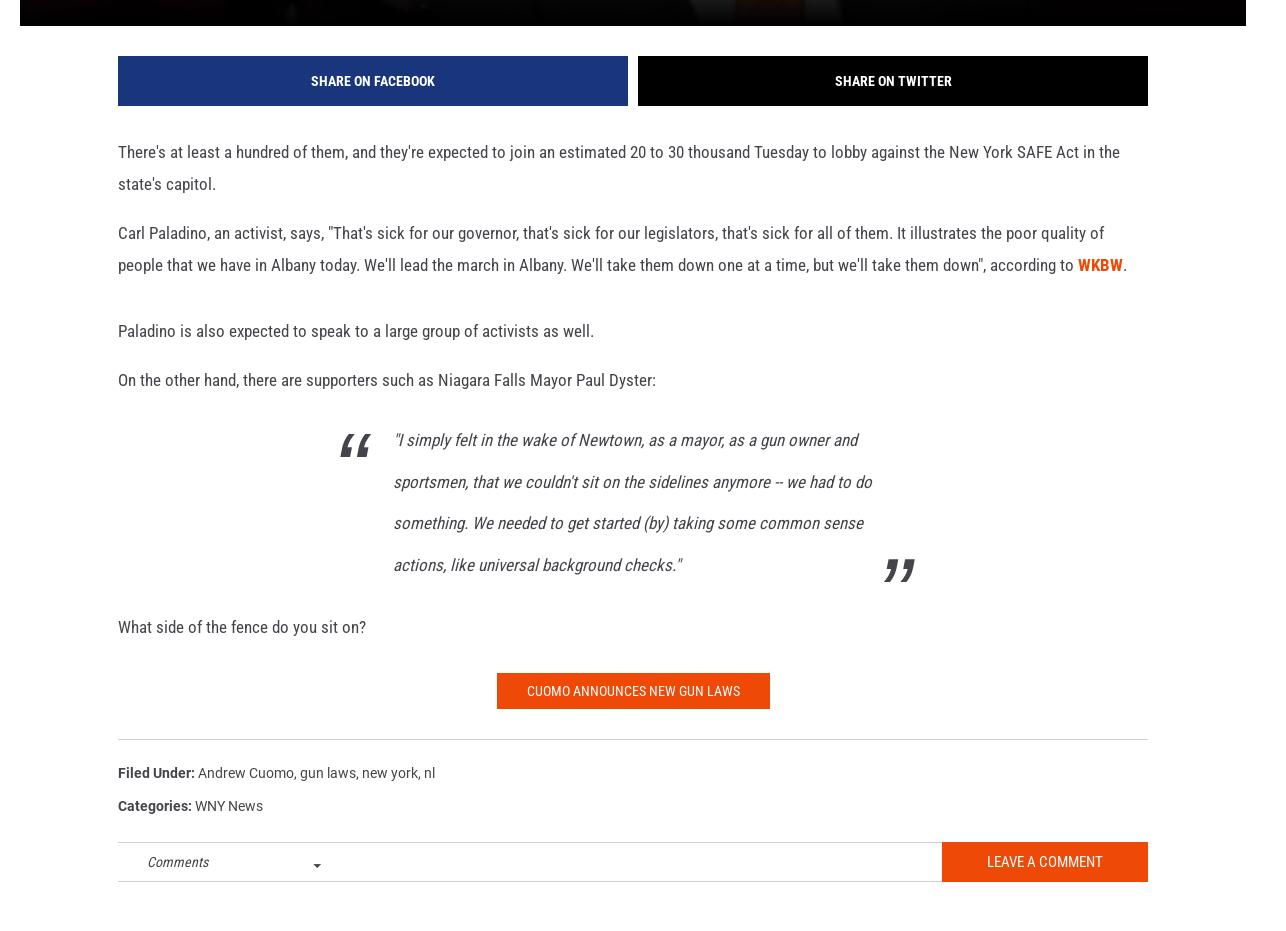 This screenshot has height=931, width=1286. Describe the element at coordinates (229, 835) in the screenshot. I see `'WNY News'` at that location.